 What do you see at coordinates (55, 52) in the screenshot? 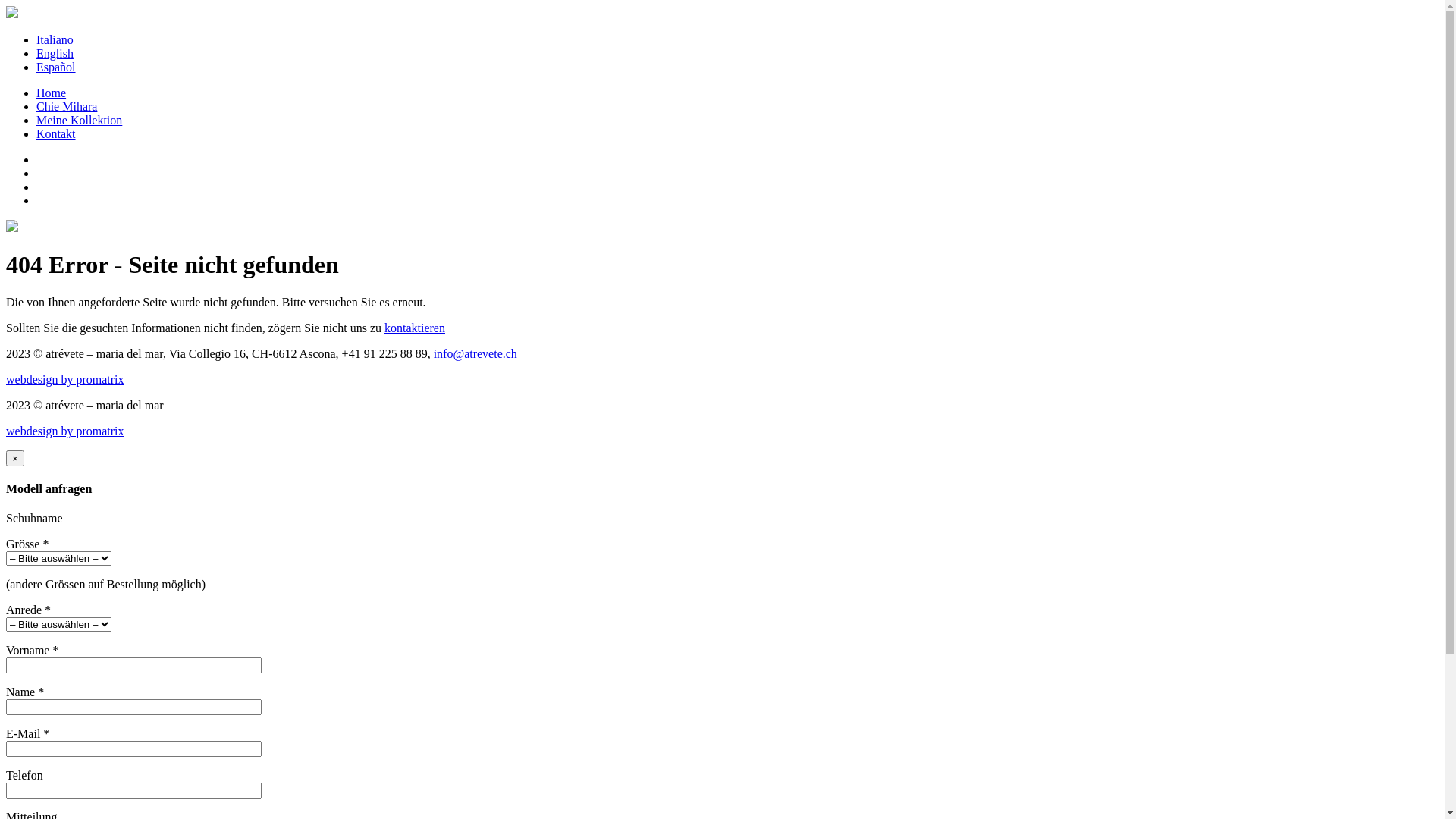
I see `'English'` at bounding box center [55, 52].